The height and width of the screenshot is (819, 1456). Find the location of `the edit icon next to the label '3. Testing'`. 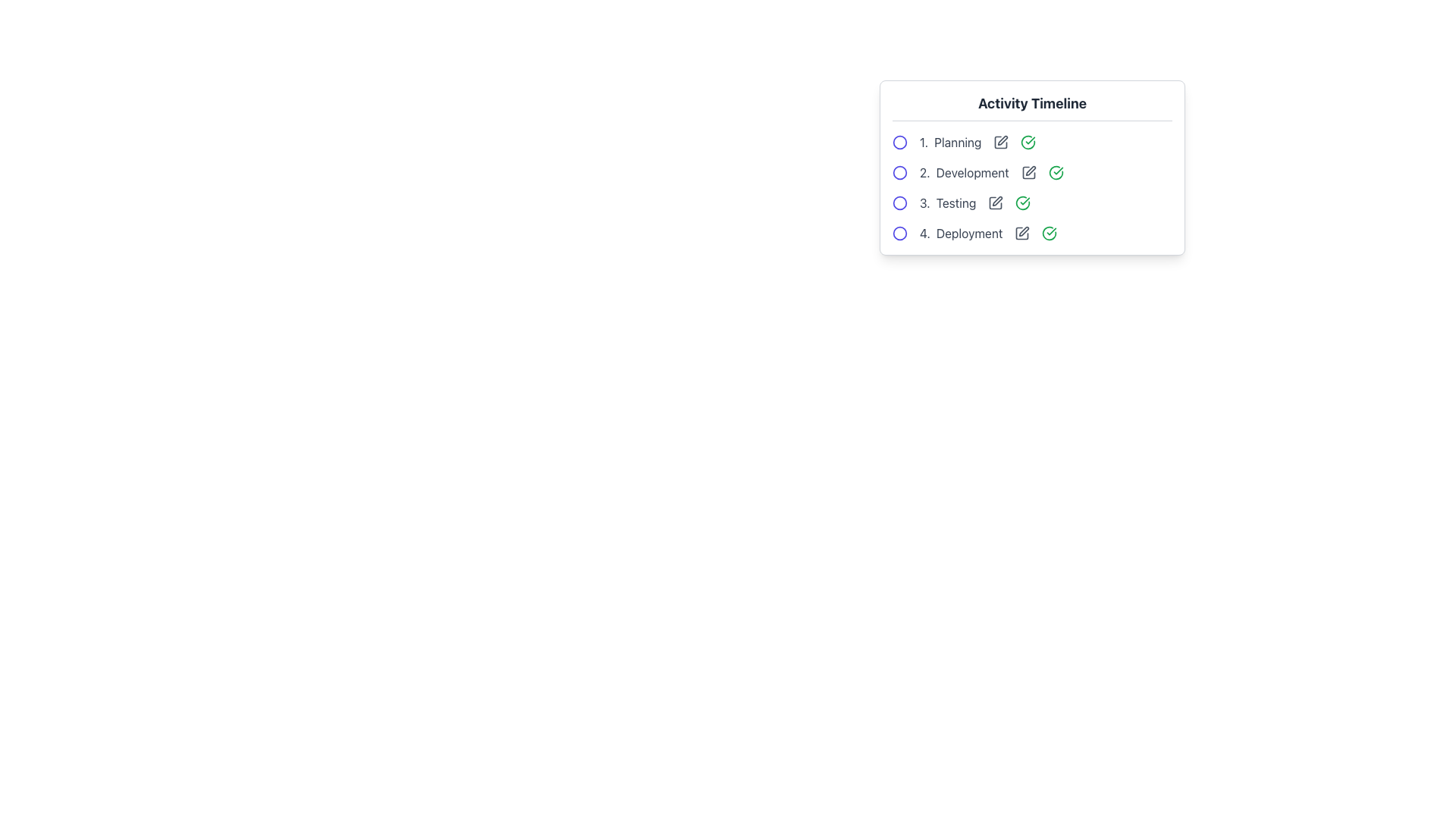

the edit icon next to the label '3. Testing' is located at coordinates (997, 200).